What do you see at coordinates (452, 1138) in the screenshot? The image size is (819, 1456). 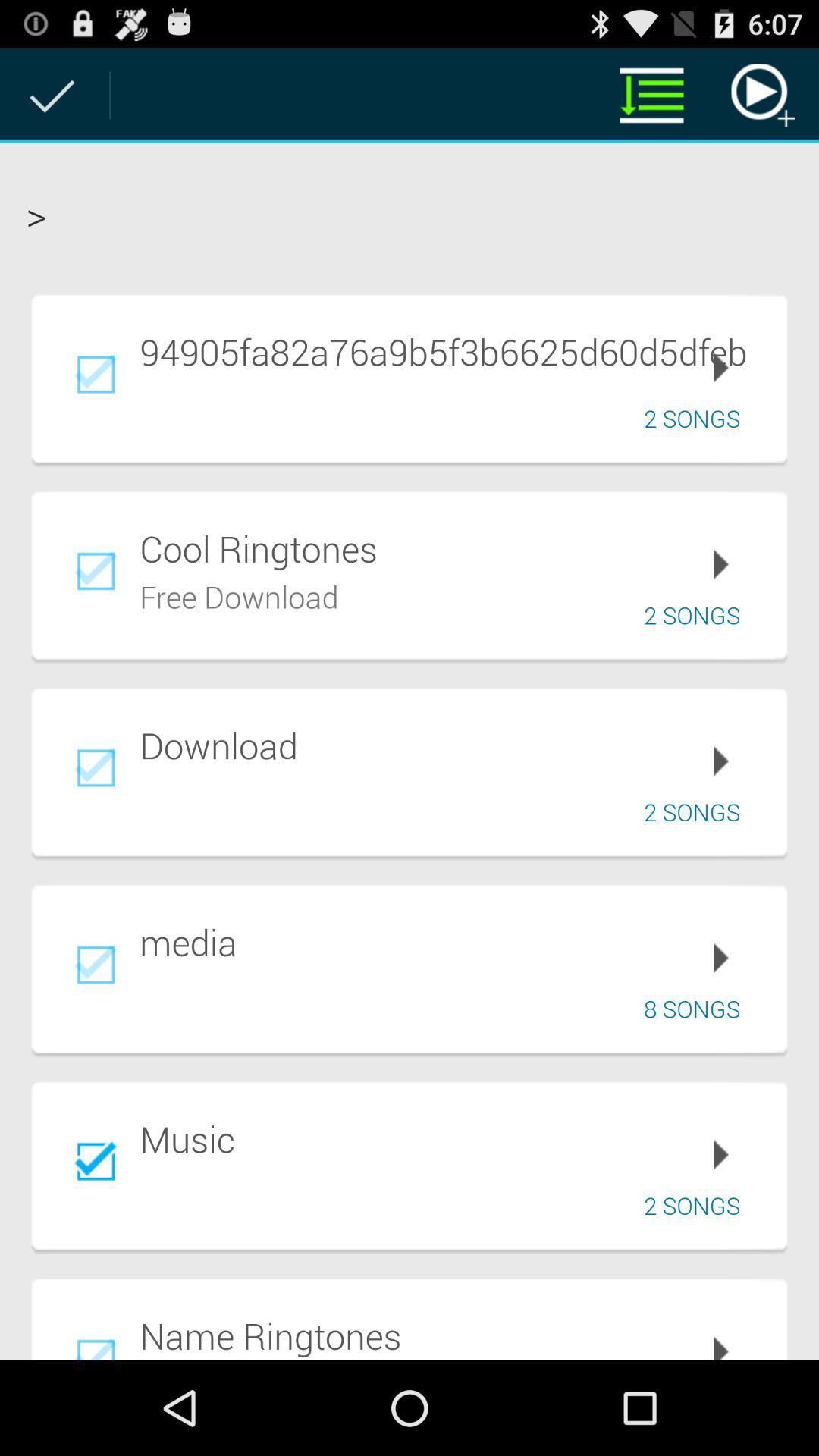 I see `music item` at bounding box center [452, 1138].